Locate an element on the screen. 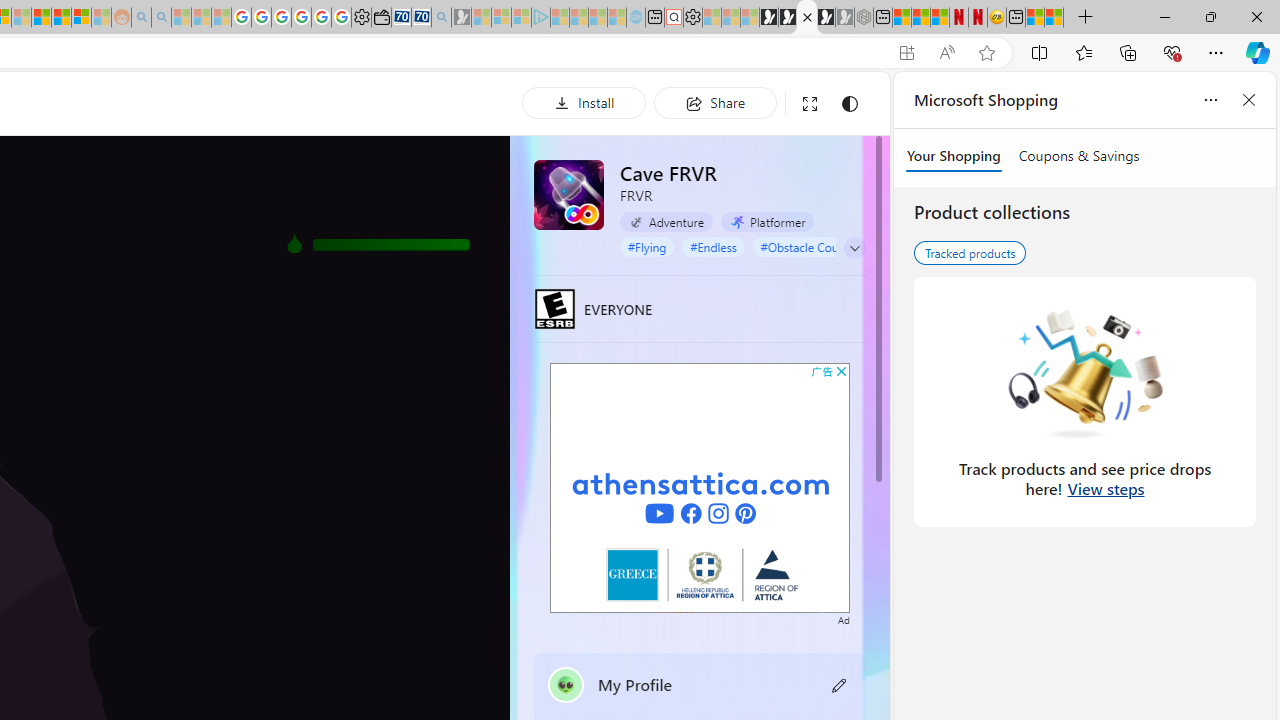 Image resolution: width=1280 pixels, height=720 pixels. 'Adventure' is located at coordinates (666, 221).